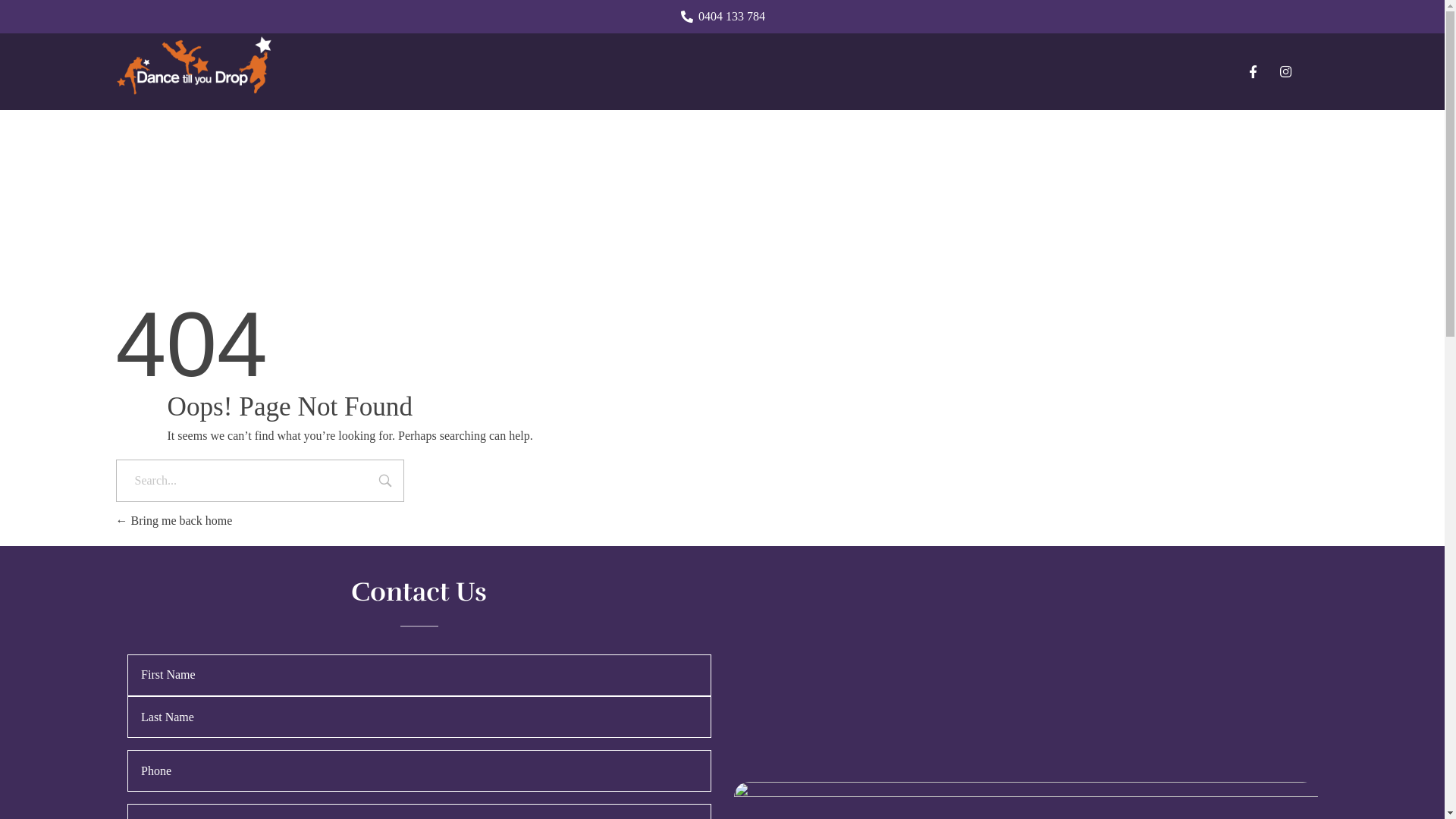  Describe the element at coordinates (115, 519) in the screenshot. I see `'Bring me back home'` at that location.